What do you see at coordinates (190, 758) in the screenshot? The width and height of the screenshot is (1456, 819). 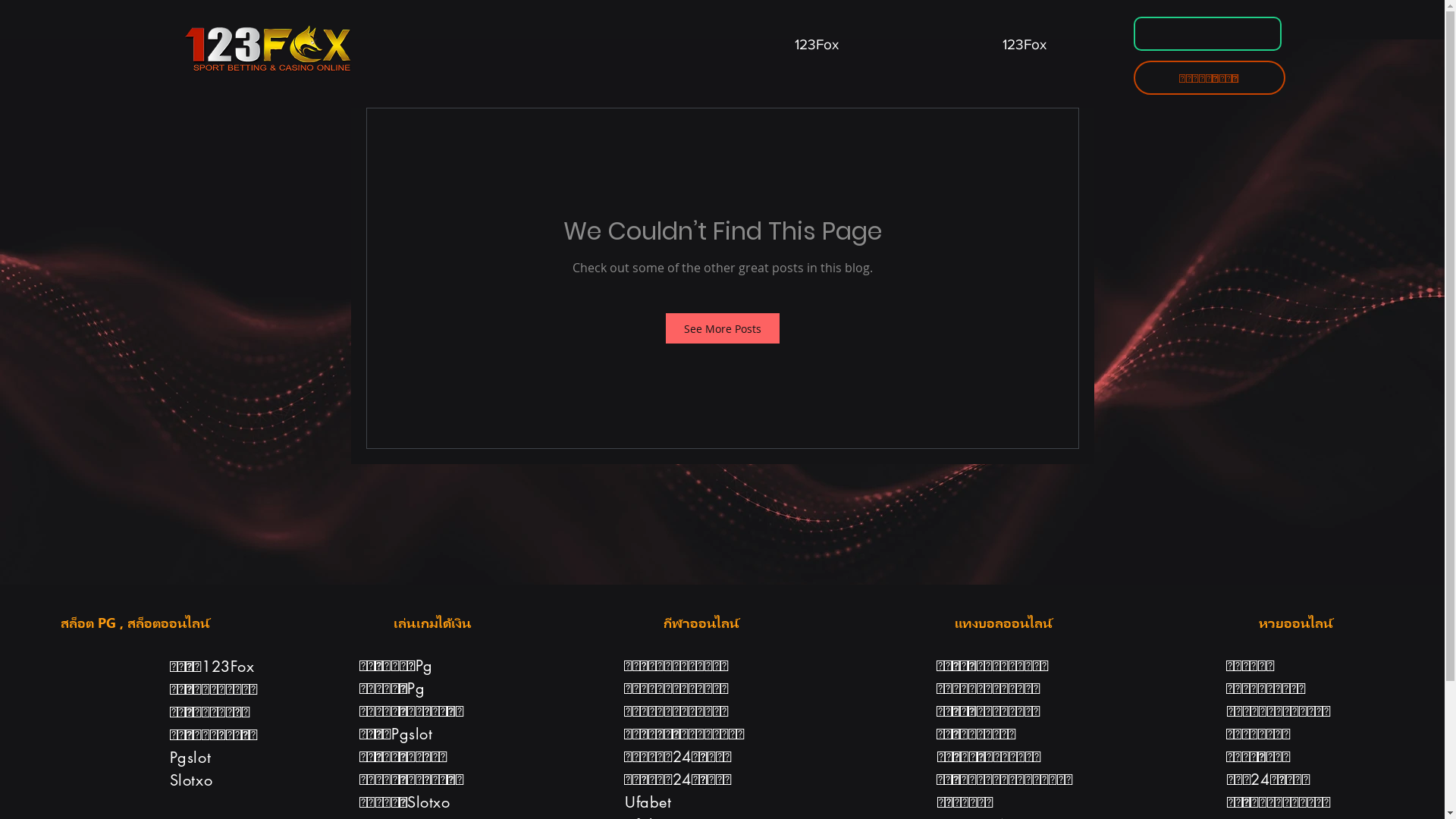 I see `'Pgslot'` at bounding box center [190, 758].